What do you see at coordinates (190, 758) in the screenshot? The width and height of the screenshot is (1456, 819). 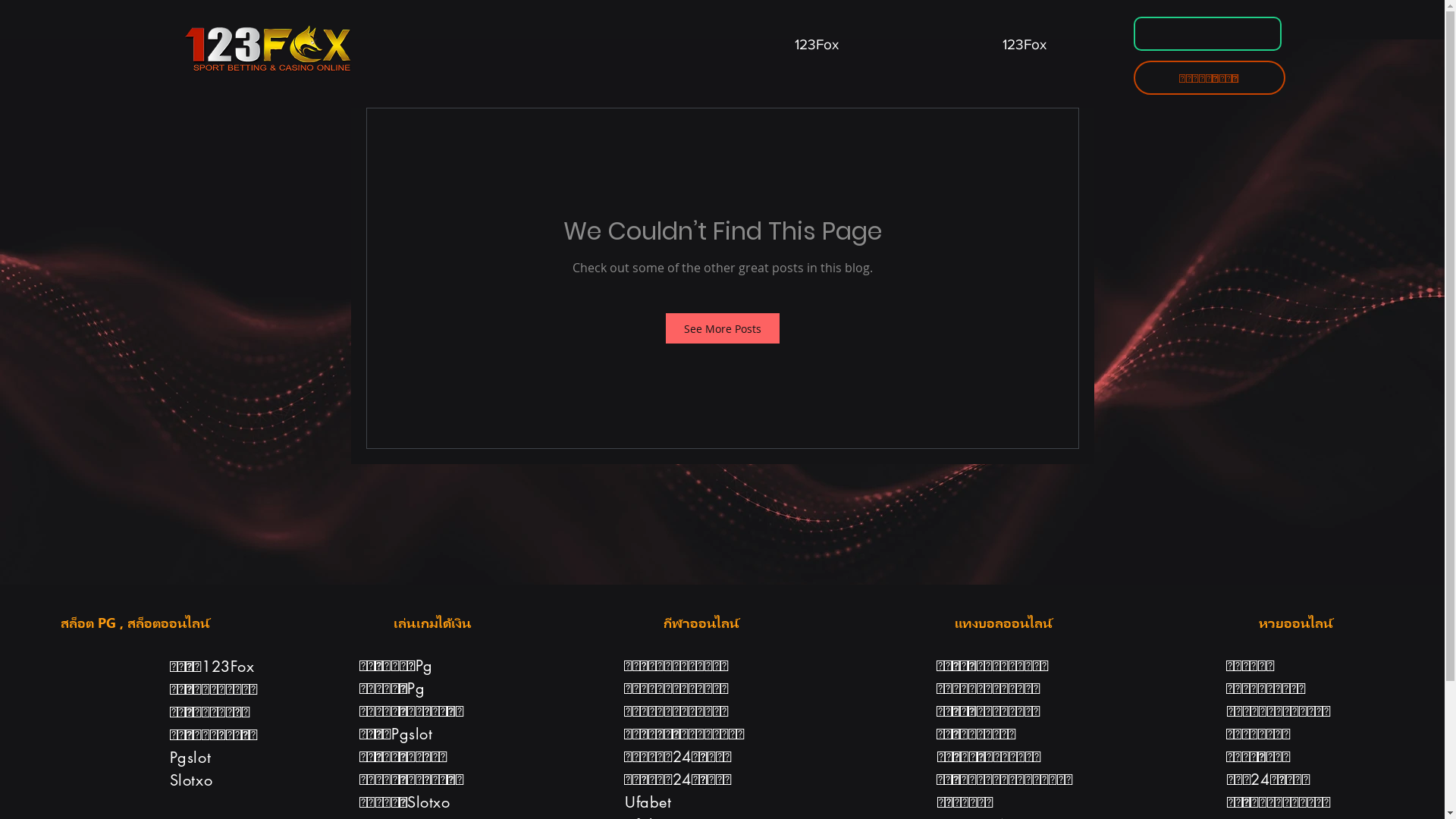 I see `'Pgslot'` at bounding box center [190, 758].